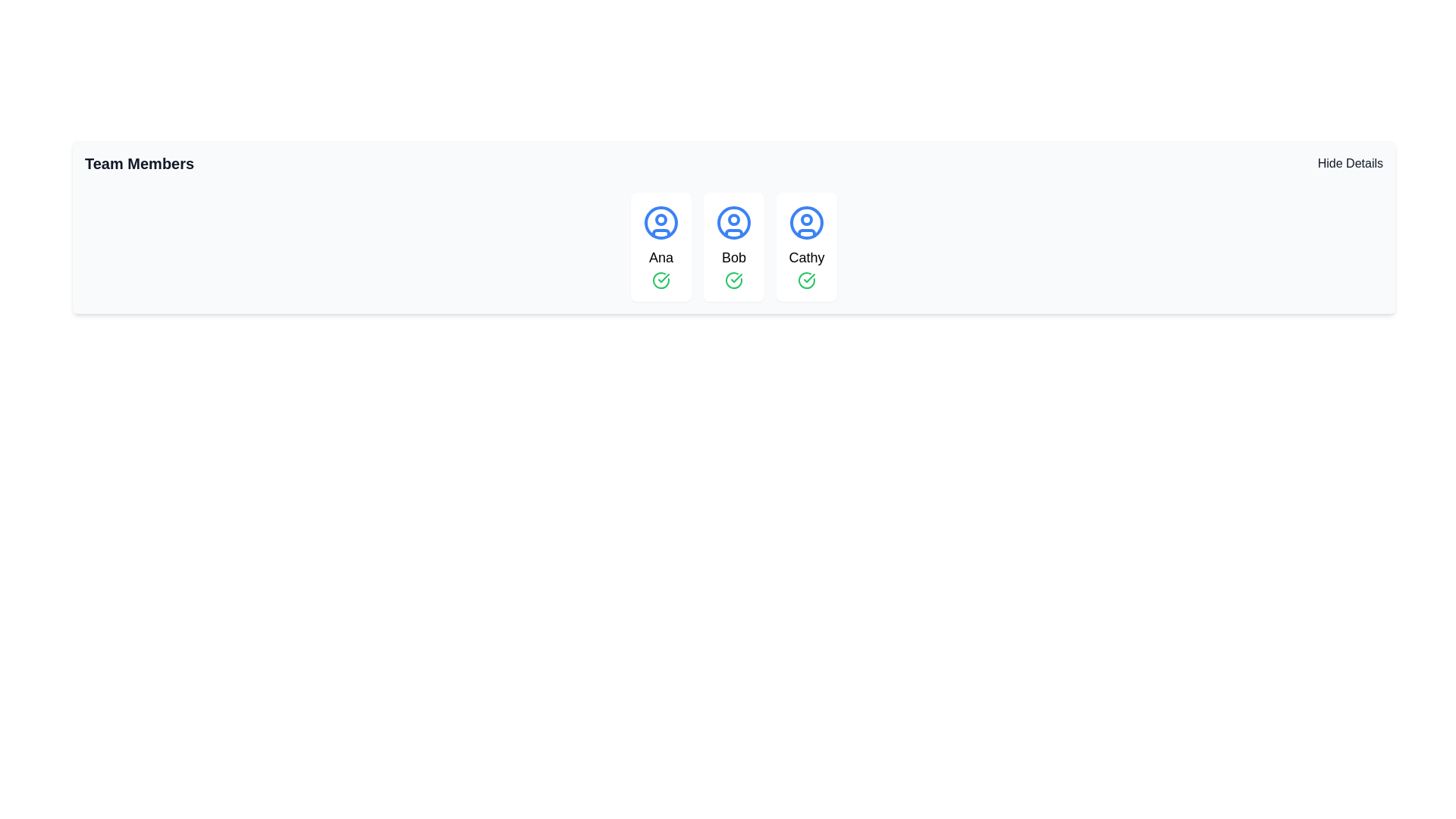 The height and width of the screenshot is (819, 1456). What do you see at coordinates (806, 219) in the screenshot?
I see `the upper portion of the inner circle of the user avatar icon representing 'Cathy'` at bounding box center [806, 219].